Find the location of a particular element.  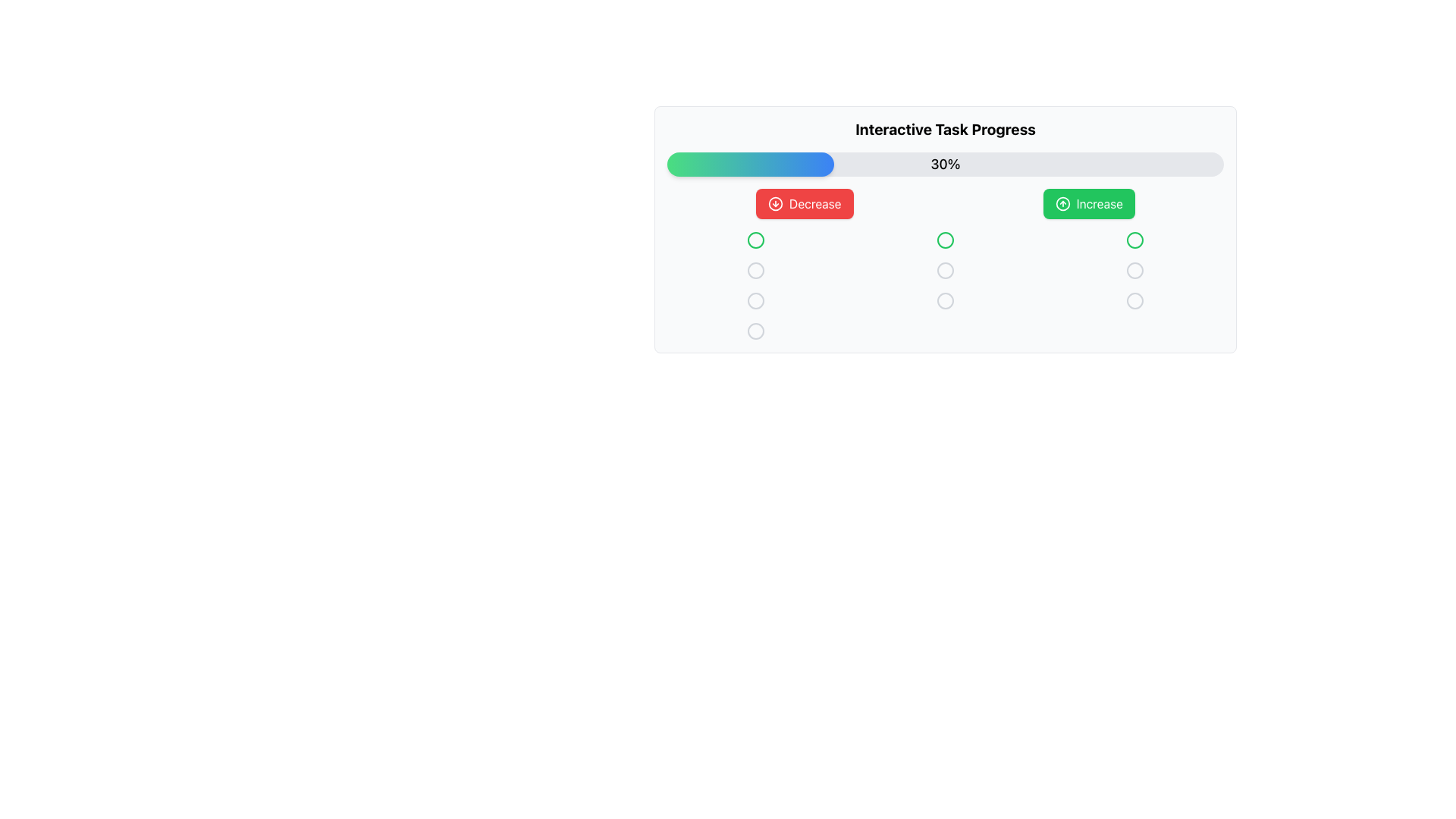

the 'Decrease' button which contains the label 'Decrease' styled with white font on a red background is located at coordinates (814, 203).